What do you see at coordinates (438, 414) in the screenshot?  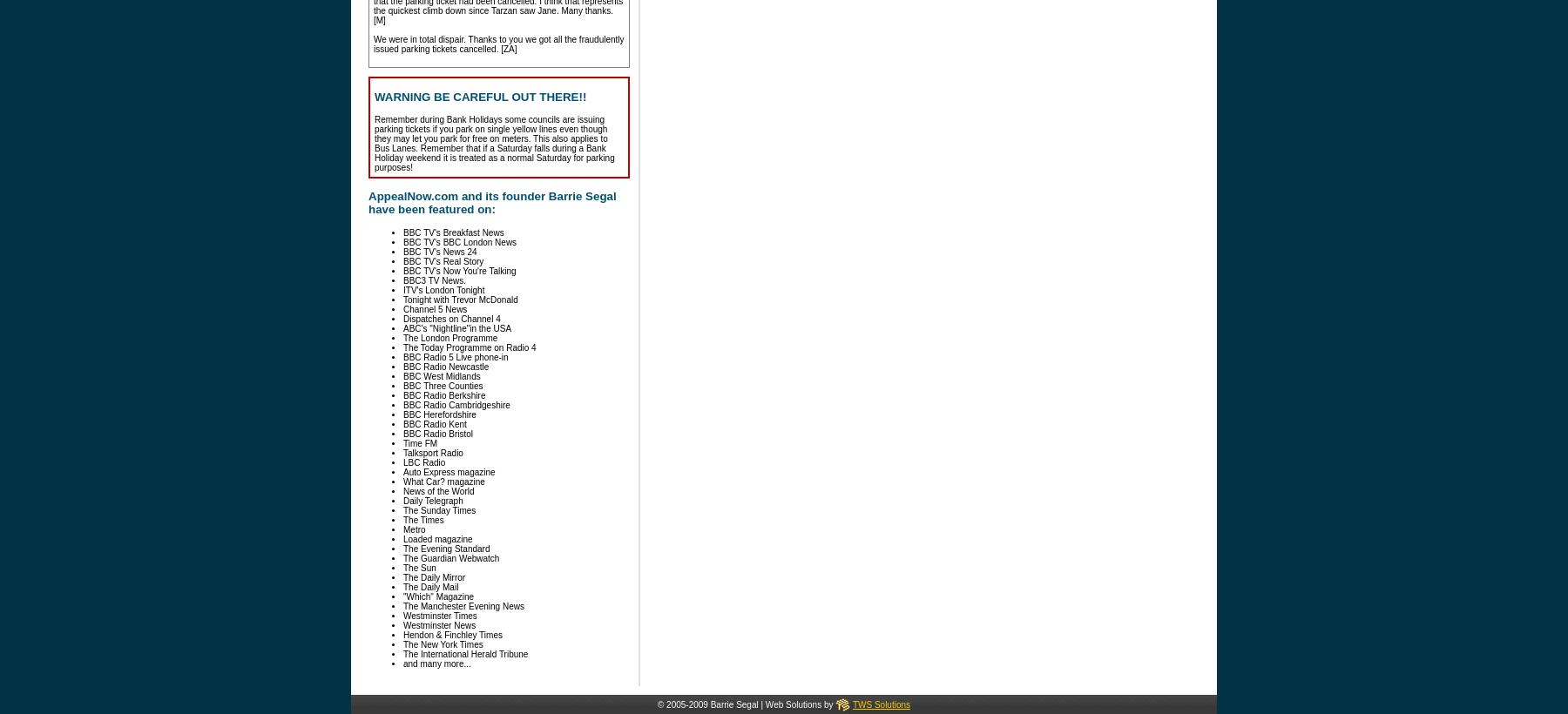 I see `'BBC Herefordshire'` at bounding box center [438, 414].